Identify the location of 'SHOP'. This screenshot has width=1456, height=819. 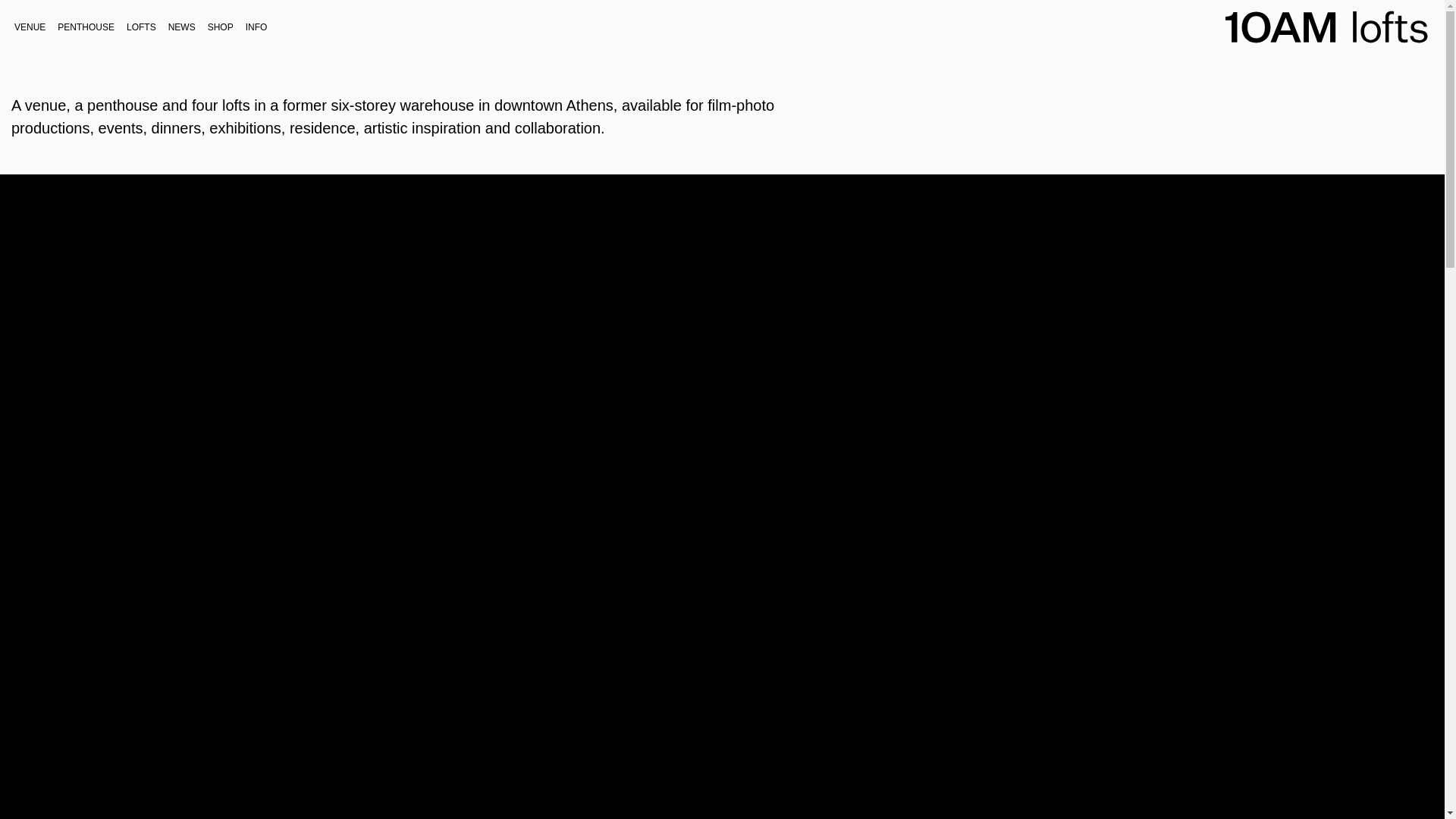
(200, 26).